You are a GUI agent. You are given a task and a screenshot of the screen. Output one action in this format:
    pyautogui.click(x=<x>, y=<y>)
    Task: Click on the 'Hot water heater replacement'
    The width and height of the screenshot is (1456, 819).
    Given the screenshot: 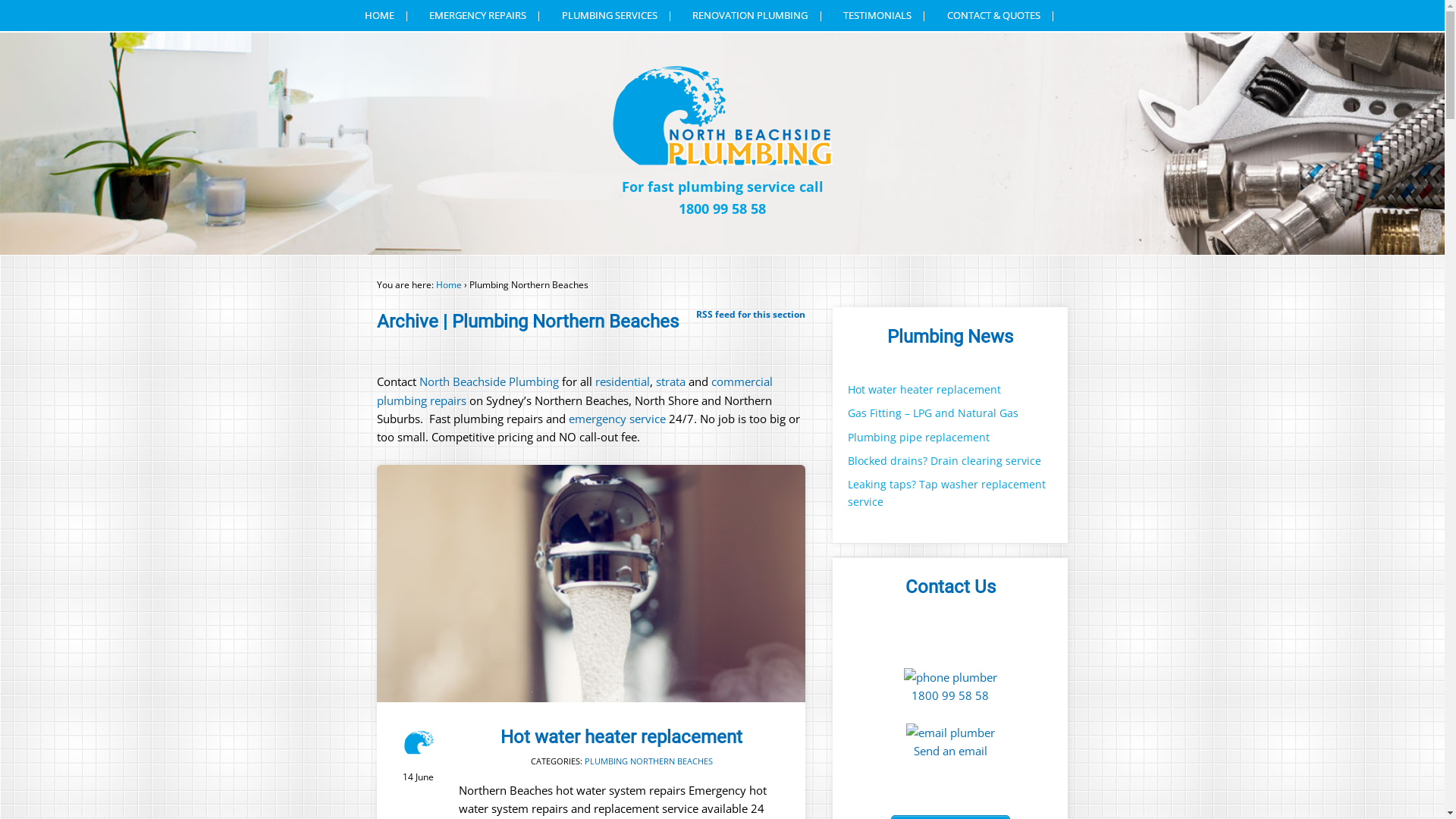 What is the action you would take?
    pyautogui.click(x=621, y=736)
    